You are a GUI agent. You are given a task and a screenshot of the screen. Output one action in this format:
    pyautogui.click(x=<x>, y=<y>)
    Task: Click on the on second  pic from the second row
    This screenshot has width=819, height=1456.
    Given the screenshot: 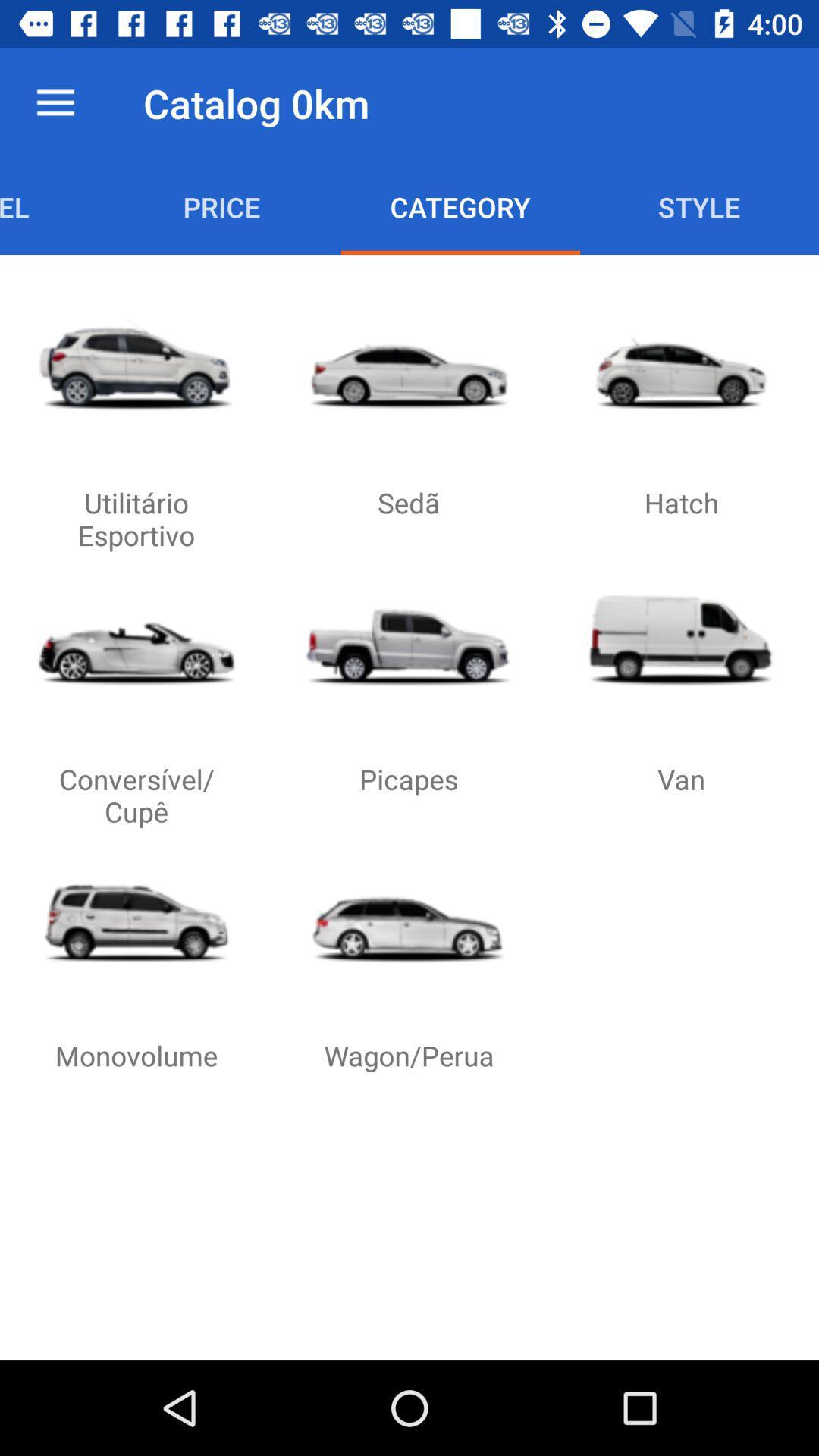 What is the action you would take?
    pyautogui.click(x=408, y=640)
    